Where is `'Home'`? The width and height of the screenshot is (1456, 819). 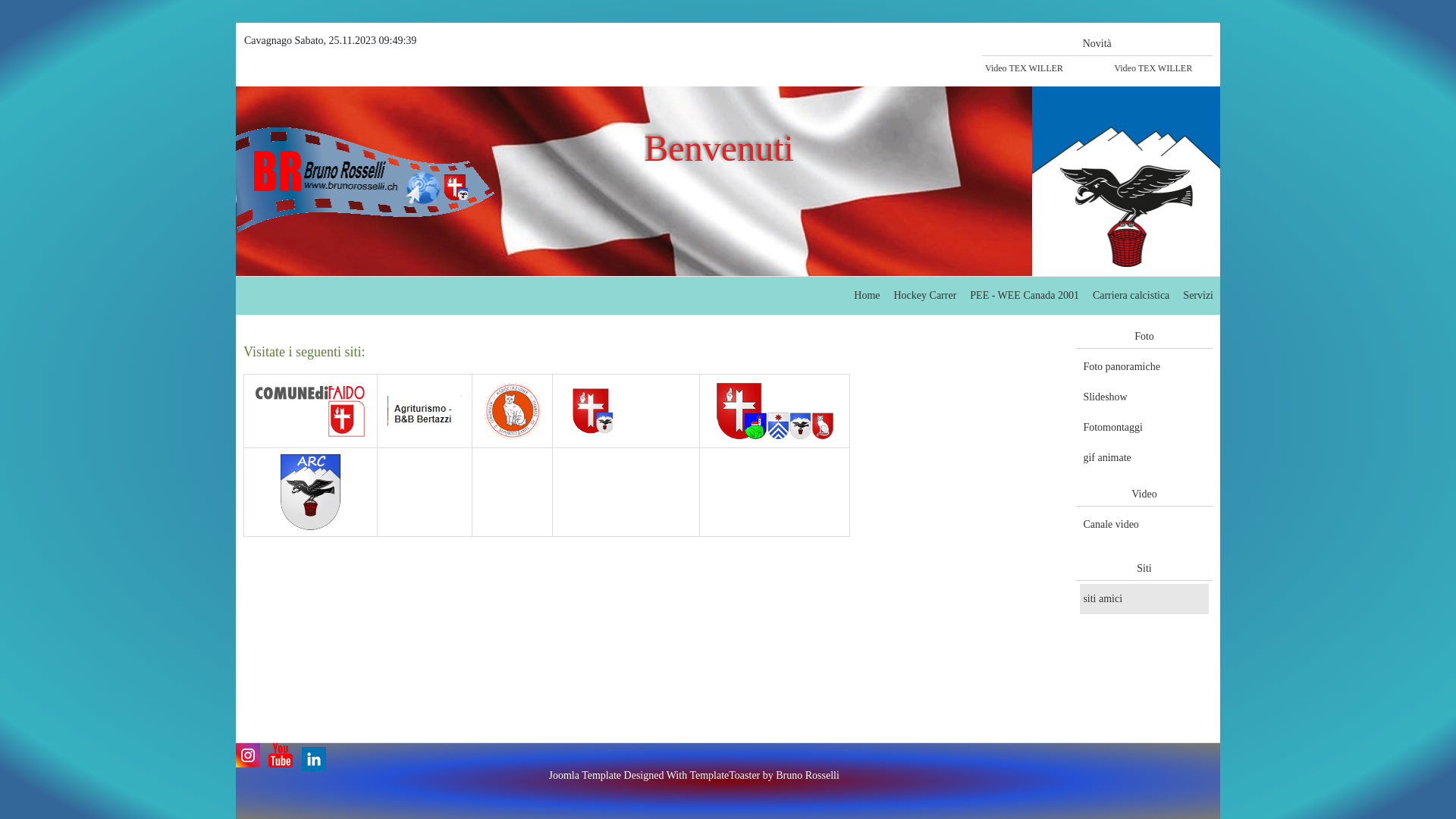
'Home' is located at coordinates (866, 295).